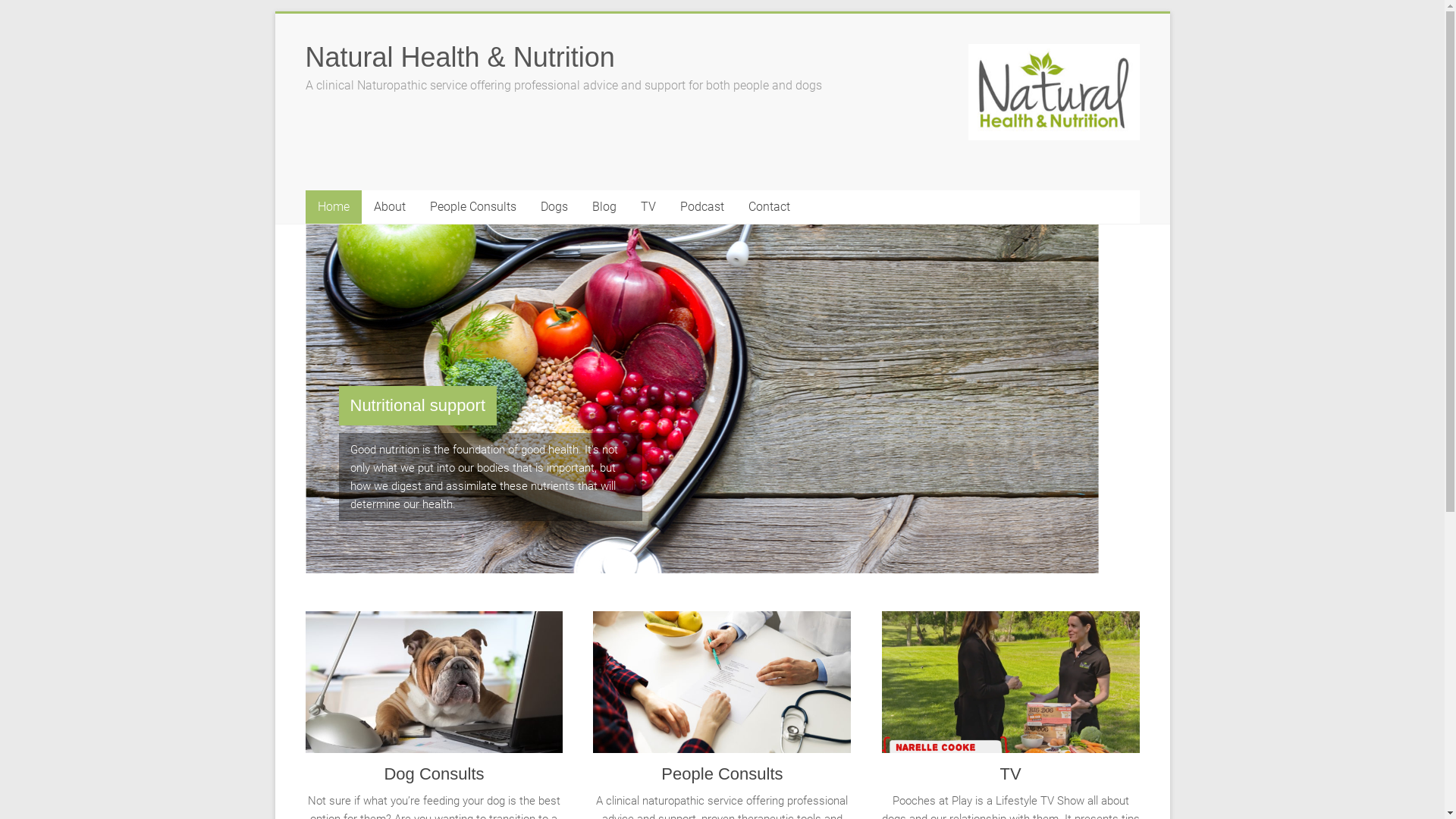  What do you see at coordinates (592, 687) in the screenshot?
I see `'People Consults'` at bounding box center [592, 687].